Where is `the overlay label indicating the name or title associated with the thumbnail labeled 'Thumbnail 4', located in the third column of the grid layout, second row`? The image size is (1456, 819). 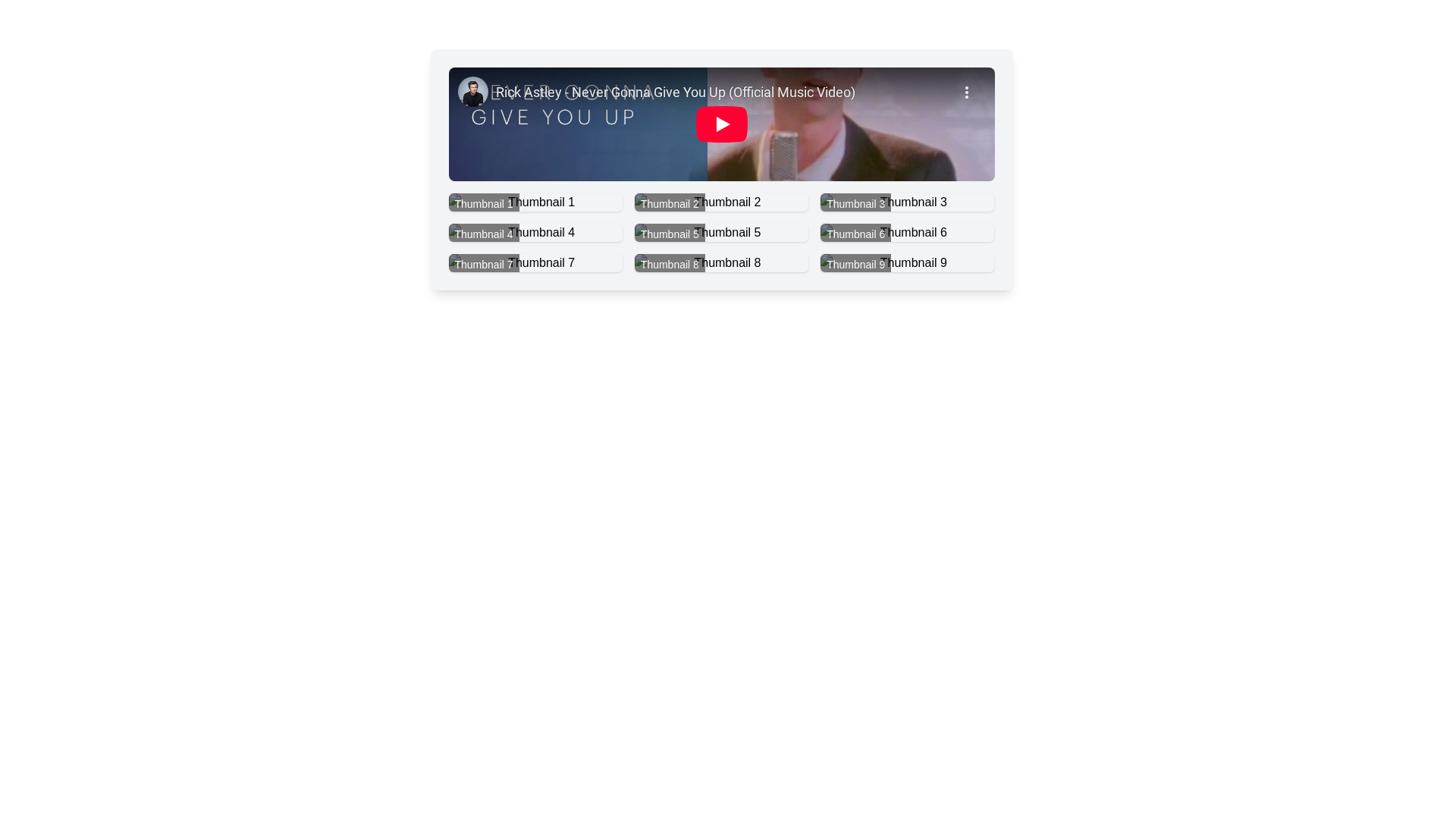 the overlay label indicating the name or title associated with the thumbnail labeled 'Thumbnail 4', located in the third column of the grid layout, second row is located at coordinates (483, 234).